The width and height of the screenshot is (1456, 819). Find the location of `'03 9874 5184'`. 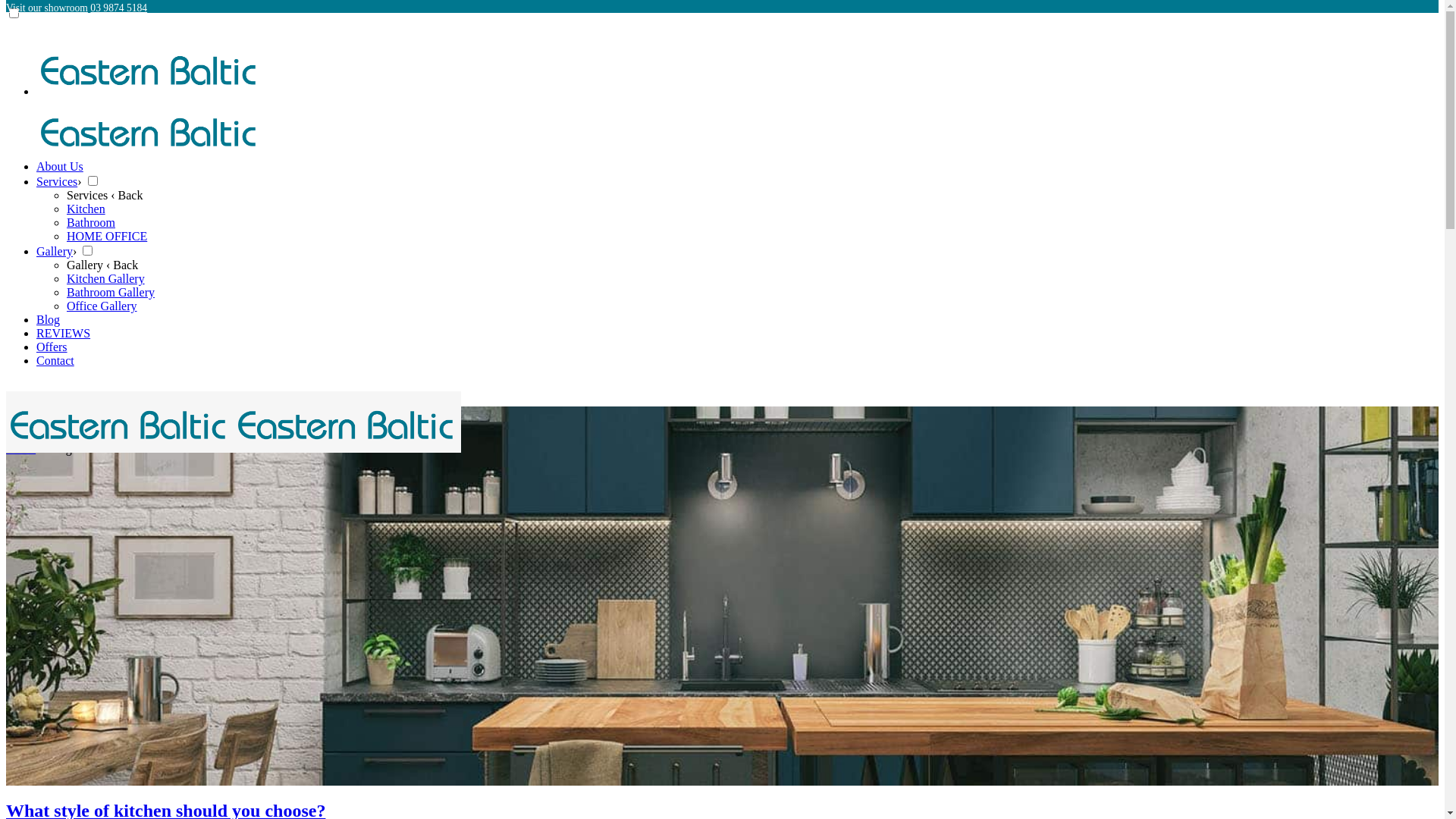

'03 9874 5184' is located at coordinates (89, 8).